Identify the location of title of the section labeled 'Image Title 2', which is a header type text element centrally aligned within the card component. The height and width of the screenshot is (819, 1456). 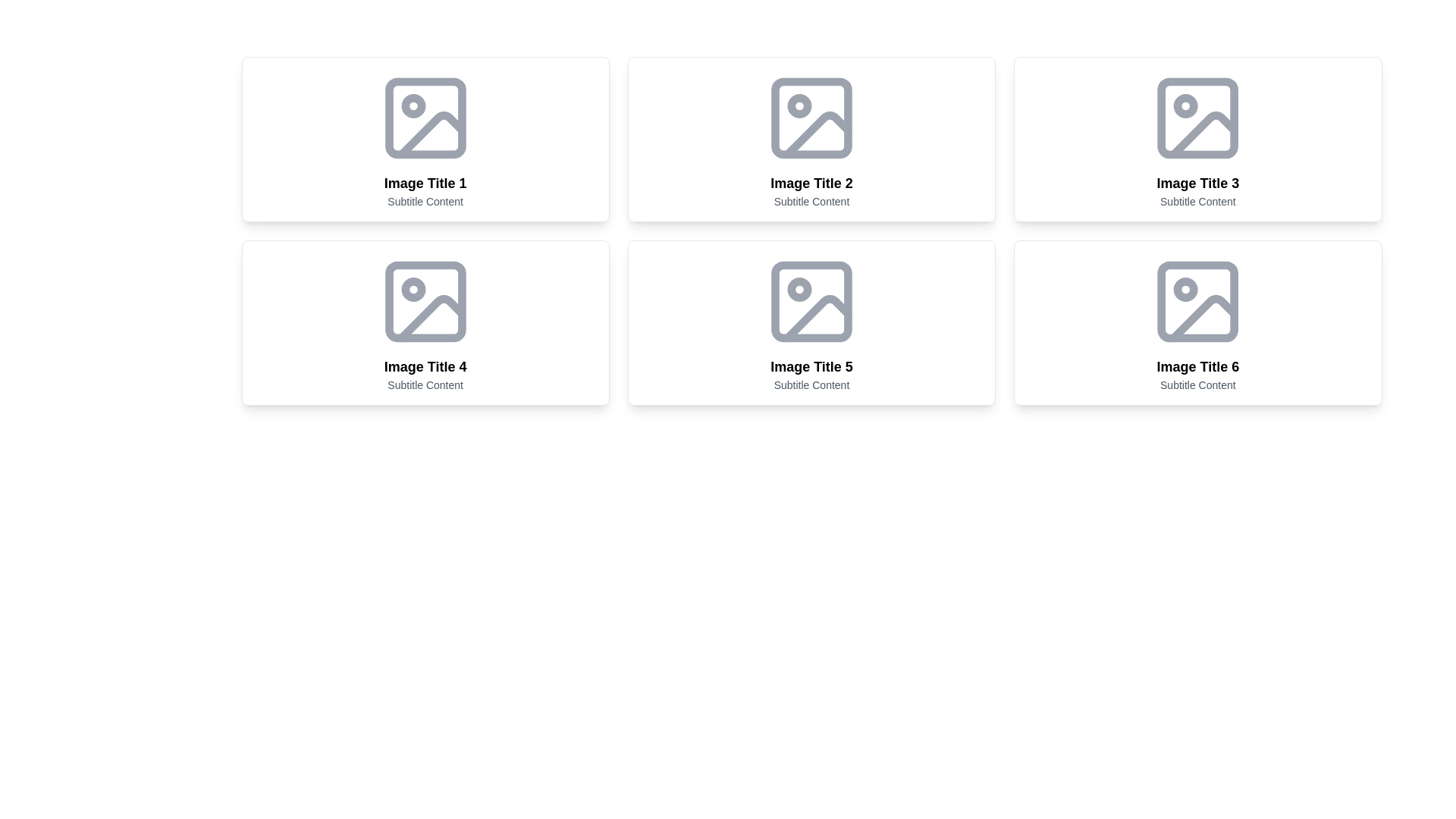
(811, 183).